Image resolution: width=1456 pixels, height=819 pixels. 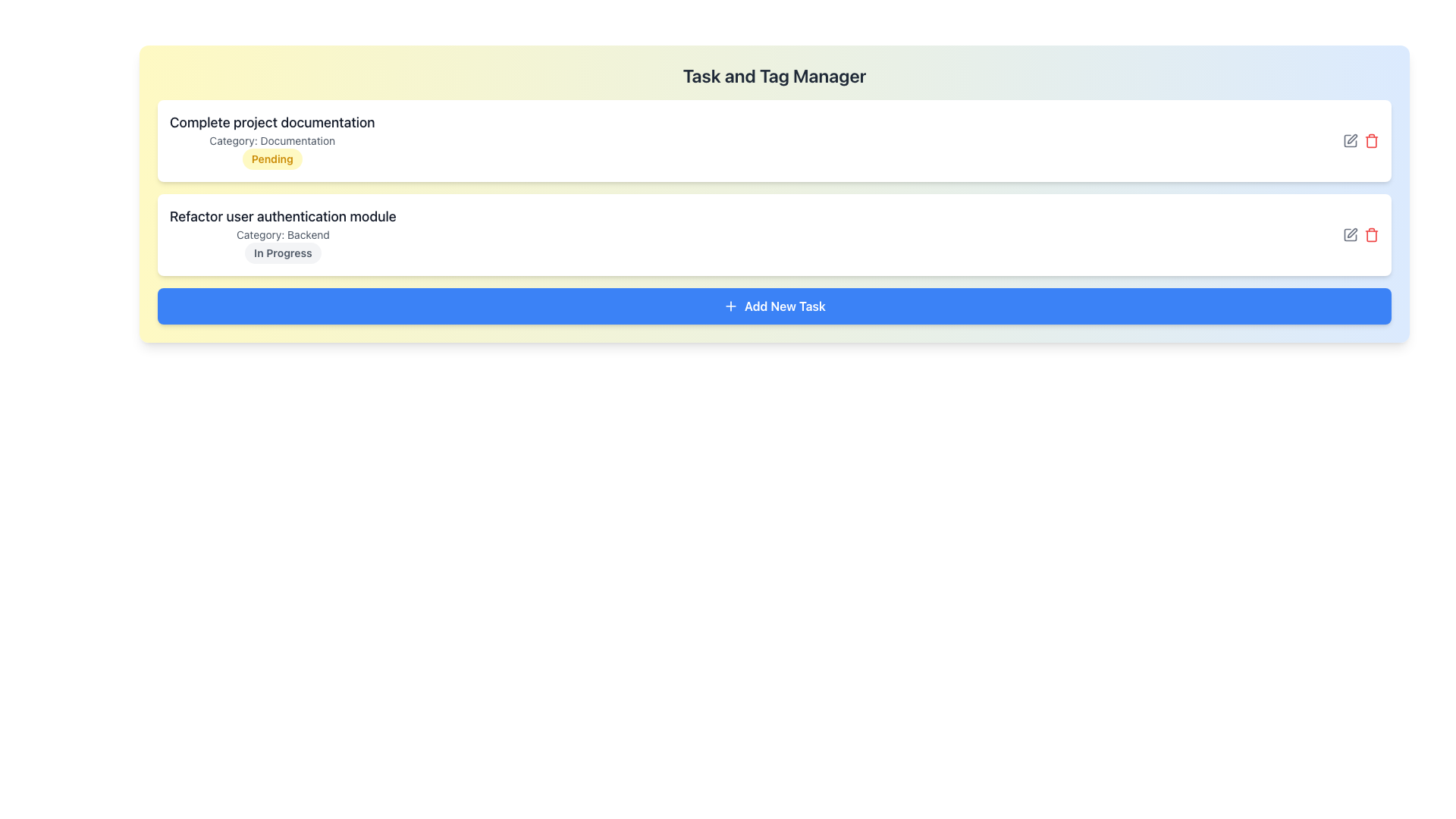 What do you see at coordinates (283, 216) in the screenshot?
I see `the text label that reads 'Refactor user authentication module'` at bounding box center [283, 216].